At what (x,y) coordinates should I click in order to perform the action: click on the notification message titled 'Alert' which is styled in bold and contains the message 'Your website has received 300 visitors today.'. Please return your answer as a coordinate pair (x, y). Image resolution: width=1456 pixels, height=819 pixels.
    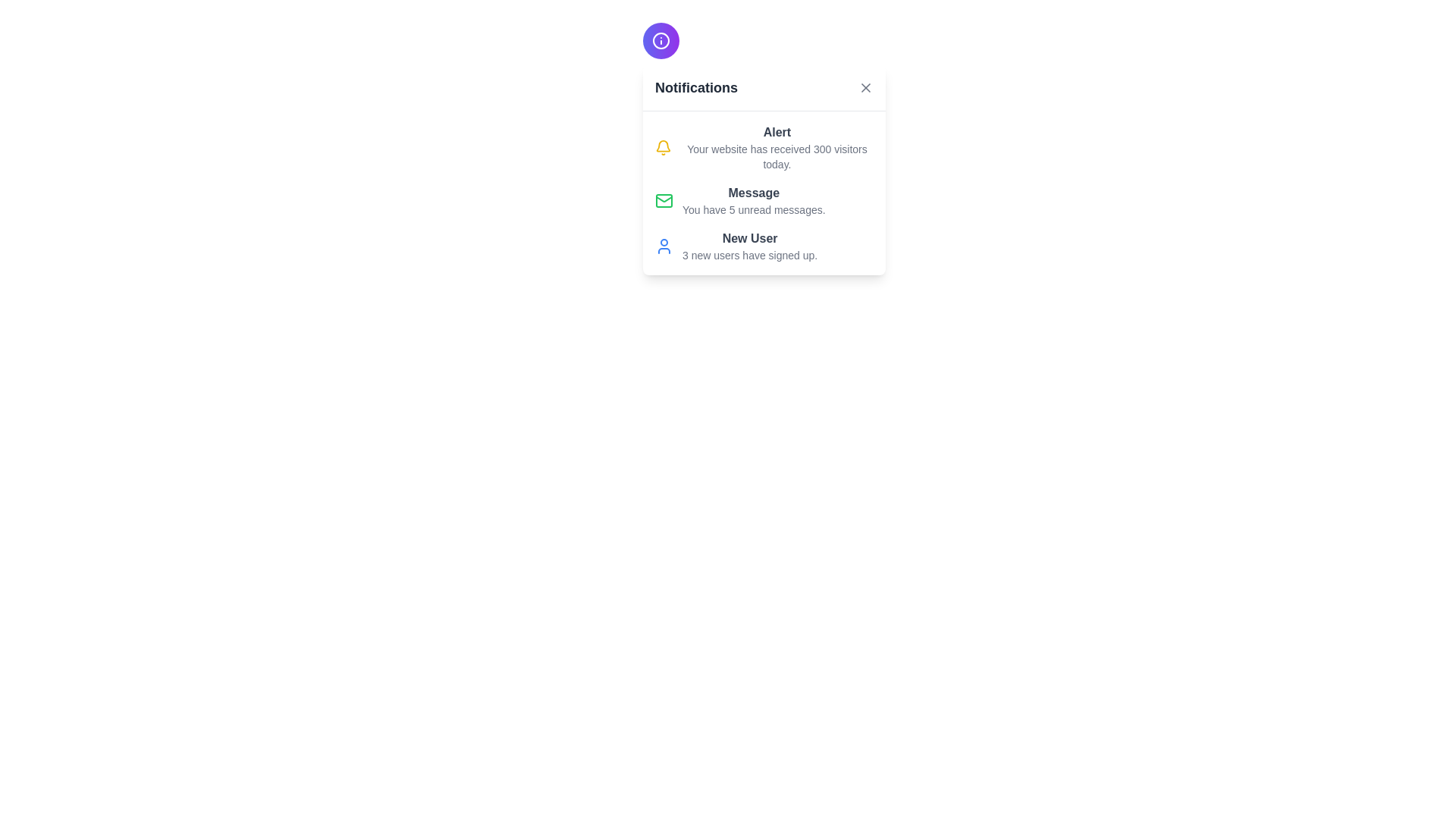
    Looking at the image, I should click on (777, 148).